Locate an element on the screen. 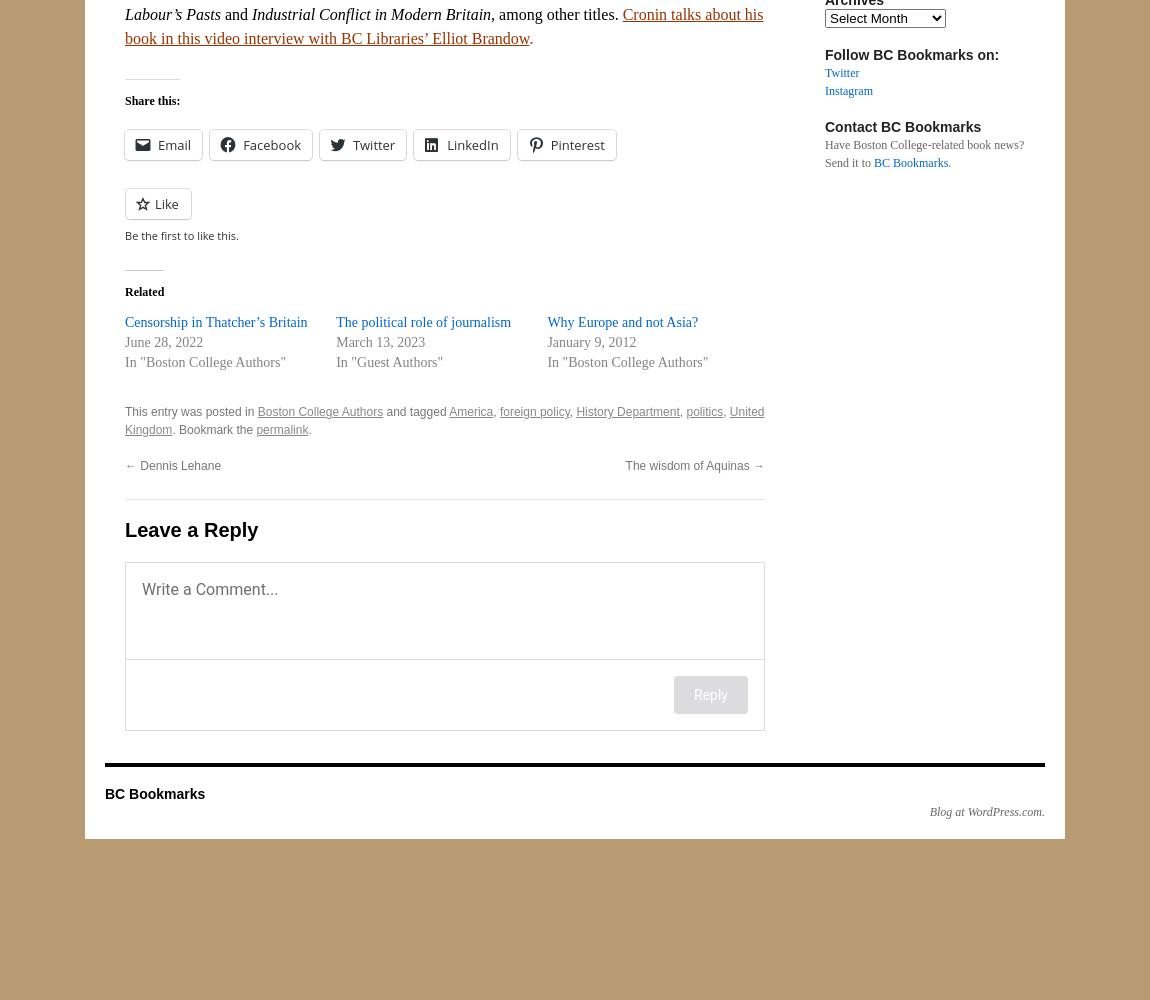 The width and height of the screenshot is (1150, 1000). 'Dennis Lehane' is located at coordinates (178, 465).